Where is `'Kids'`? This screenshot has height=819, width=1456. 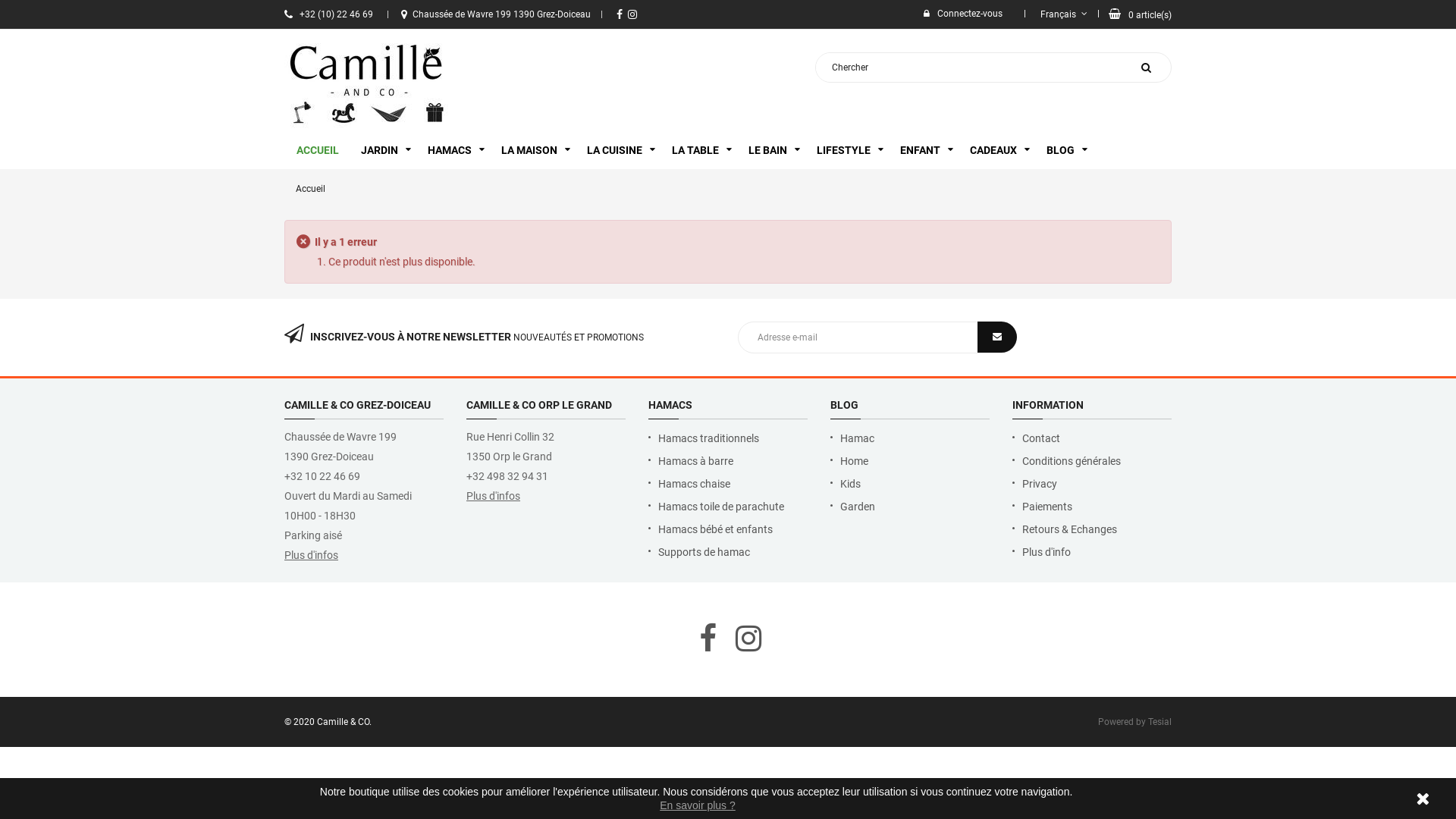 'Kids' is located at coordinates (910, 483).